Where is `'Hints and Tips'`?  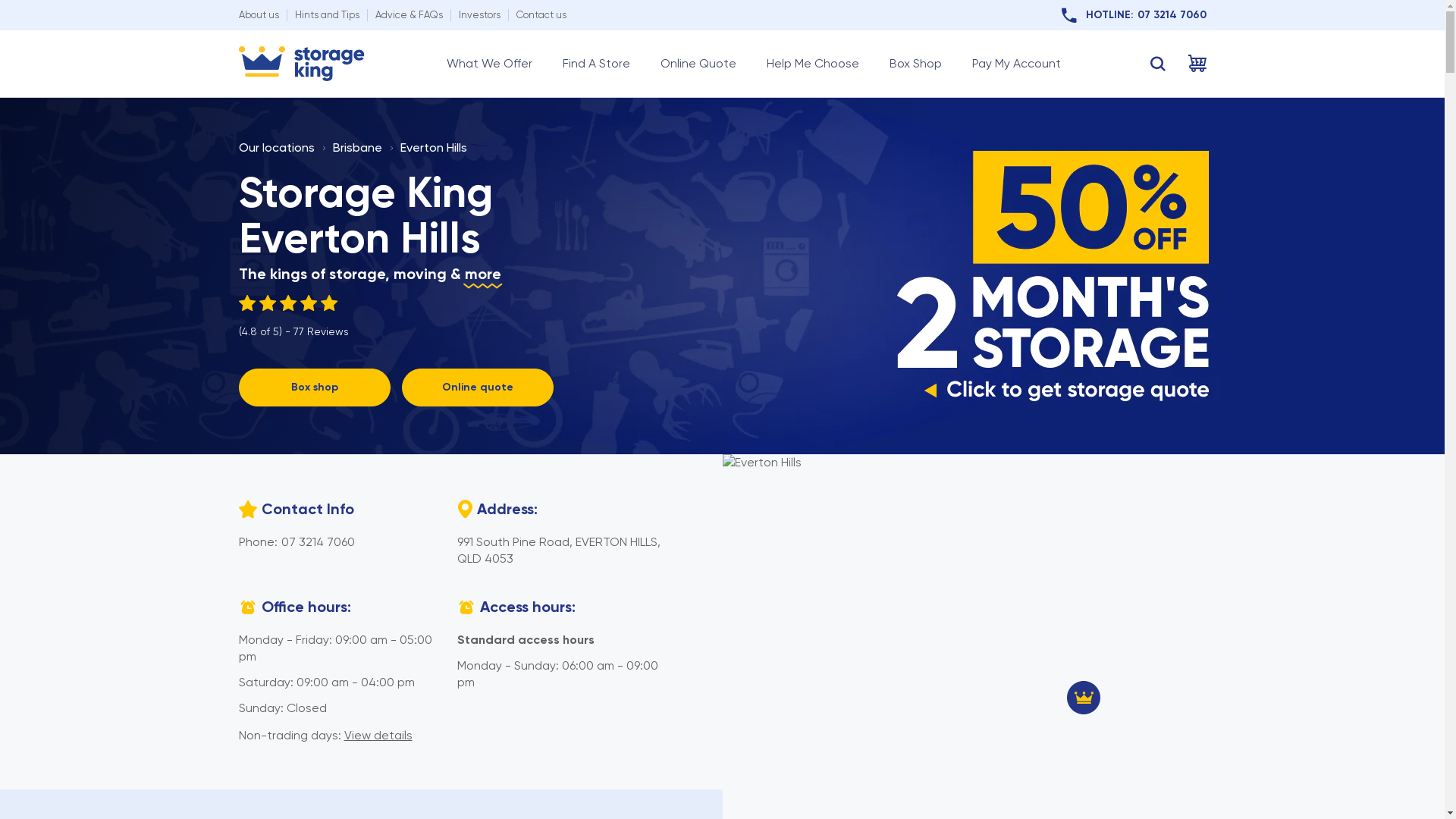
'Hints and Tips' is located at coordinates (325, 14).